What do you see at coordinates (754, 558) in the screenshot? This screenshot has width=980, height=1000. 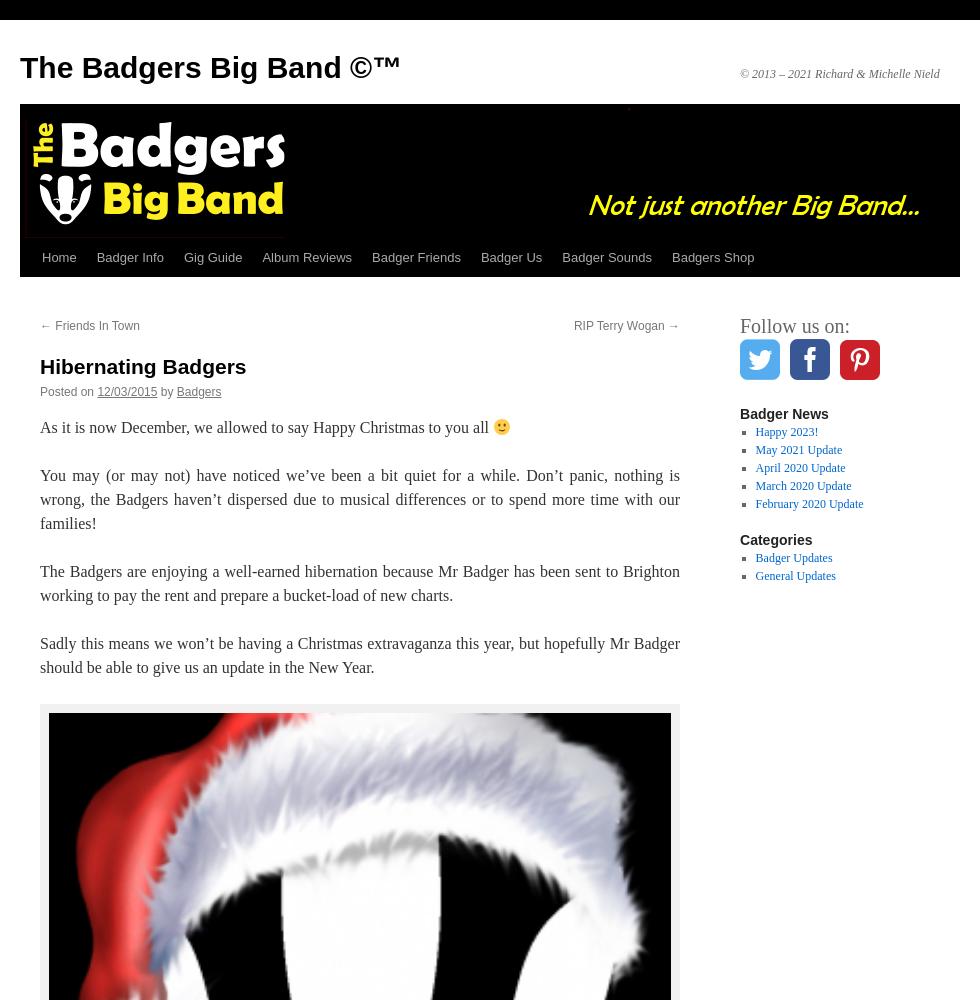 I see `'Badger Updates'` at bounding box center [754, 558].